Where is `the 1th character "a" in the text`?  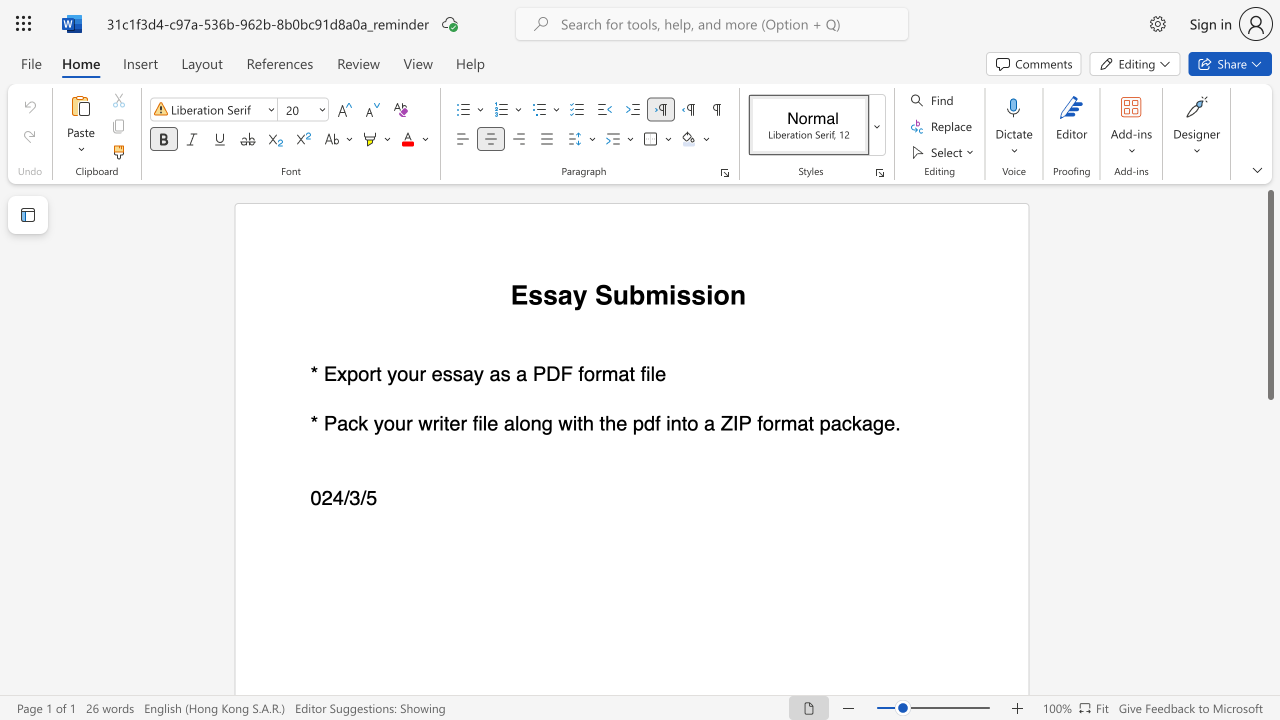 the 1th character "a" in the text is located at coordinates (467, 374).